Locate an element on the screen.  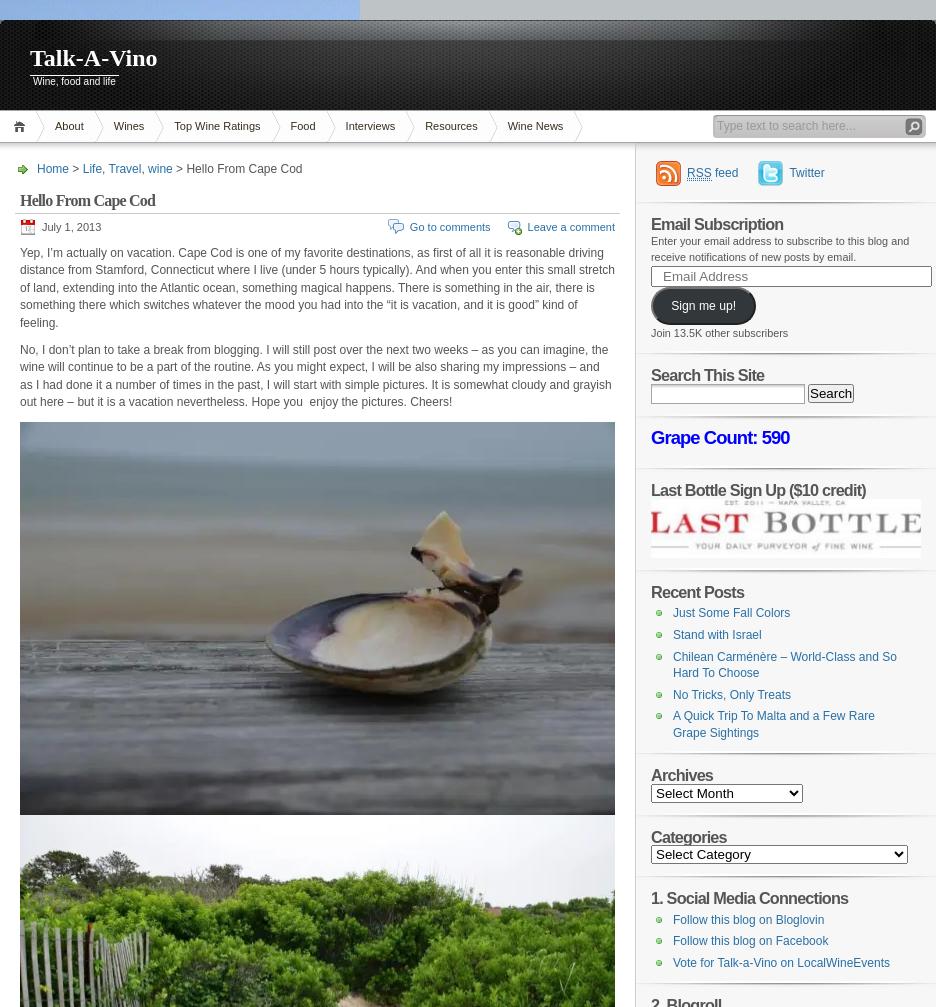
'Grape Count:  590' is located at coordinates (718, 436).